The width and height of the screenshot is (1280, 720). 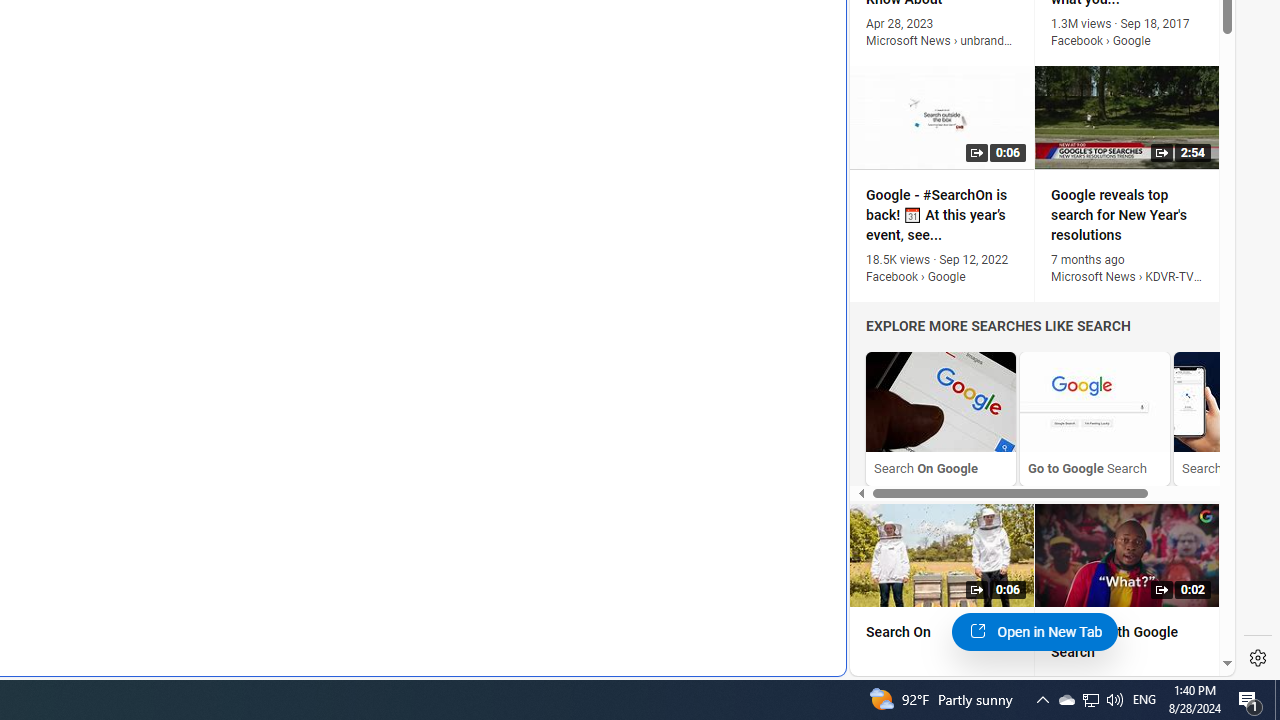 I want to click on 'Search On Google', so click(x=940, y=417).